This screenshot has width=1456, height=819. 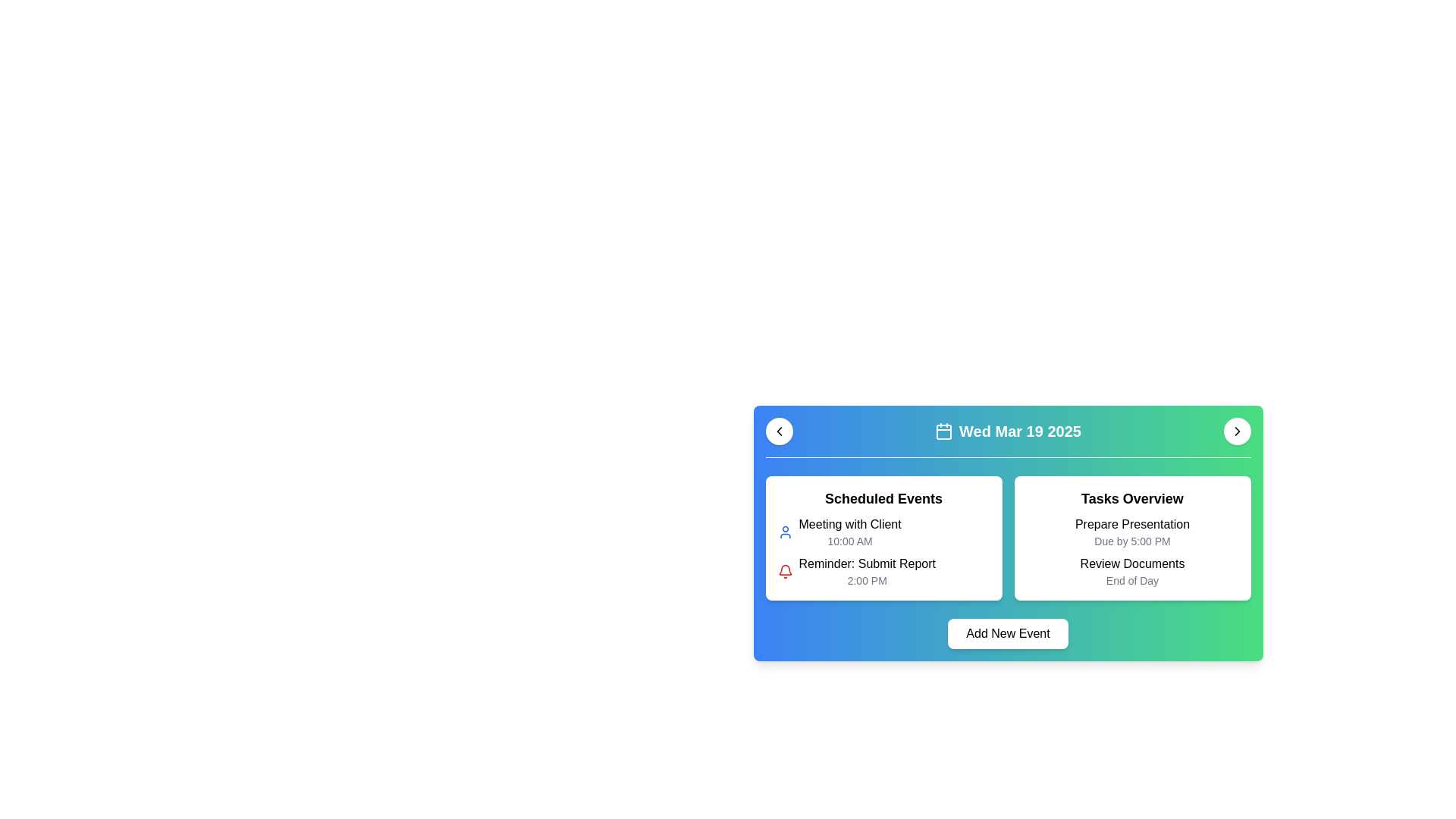 I want to click on the circular button with a white background and left-chevron icon located at the top-left corner of the card header with the date 'Wed Mar 19 2025.', so click(x=779, y=431).